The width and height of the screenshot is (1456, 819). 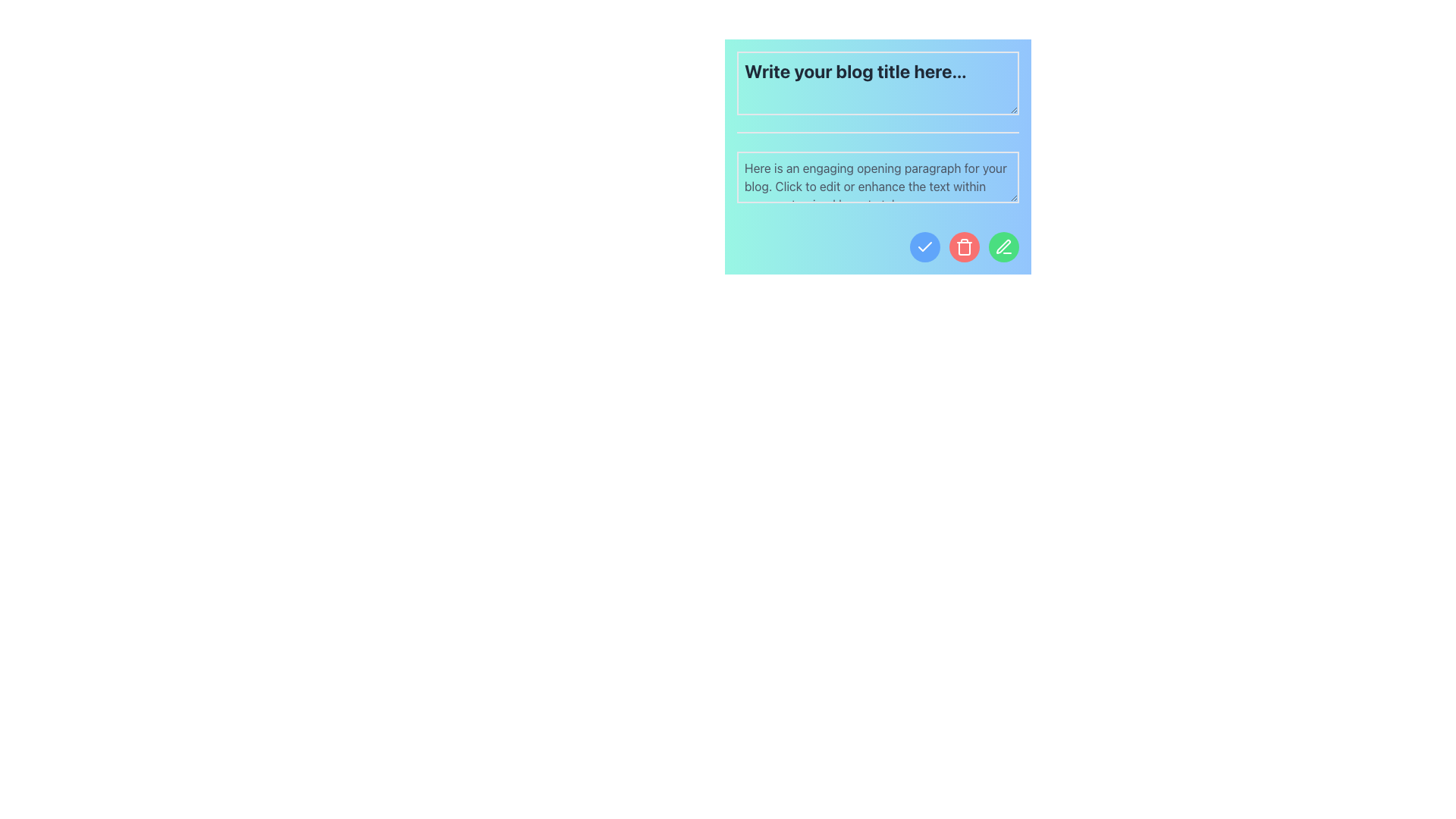 What do you see at coordinates (1004, 246) in the screenshot?
I see `the fourth circular button located at the bottom right of the panel` at bounding box center [1004, 246].